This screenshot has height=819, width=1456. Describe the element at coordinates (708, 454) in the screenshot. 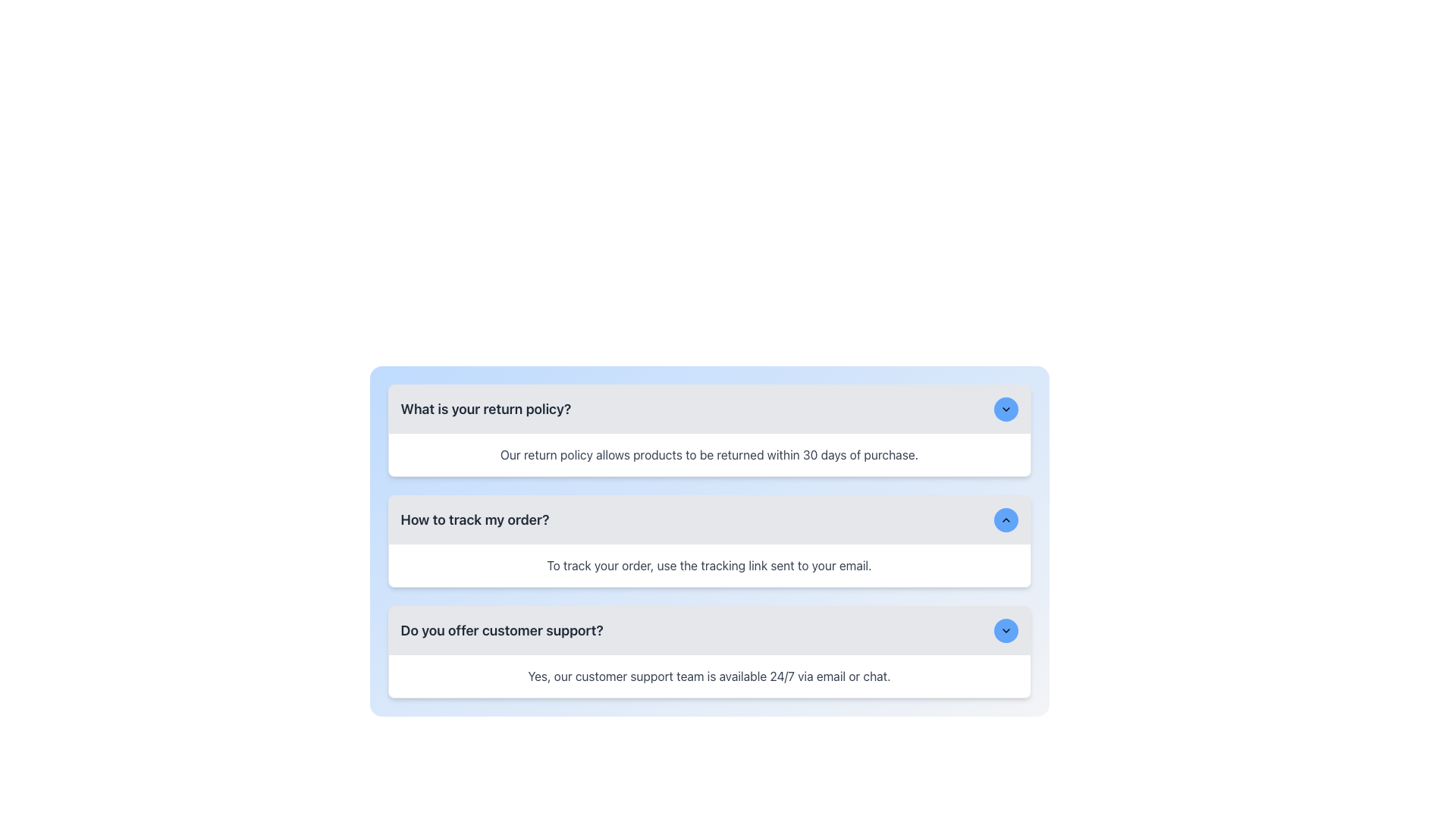

I see `the static text element that provides details about the return policy, located directly beneath the question 'What is your return policy?' in the FAQ section` at that location.